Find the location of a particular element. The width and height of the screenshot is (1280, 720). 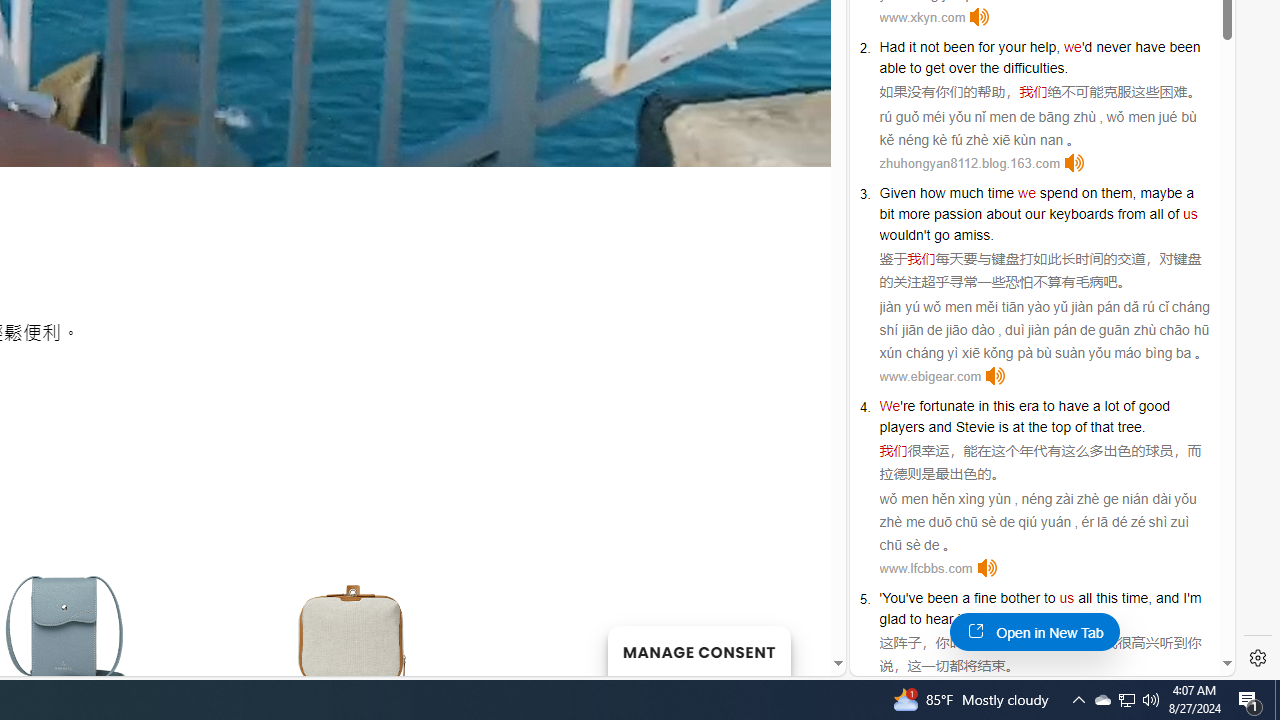

'MANAGE CONSENT' is located at coordinates (698, 650).